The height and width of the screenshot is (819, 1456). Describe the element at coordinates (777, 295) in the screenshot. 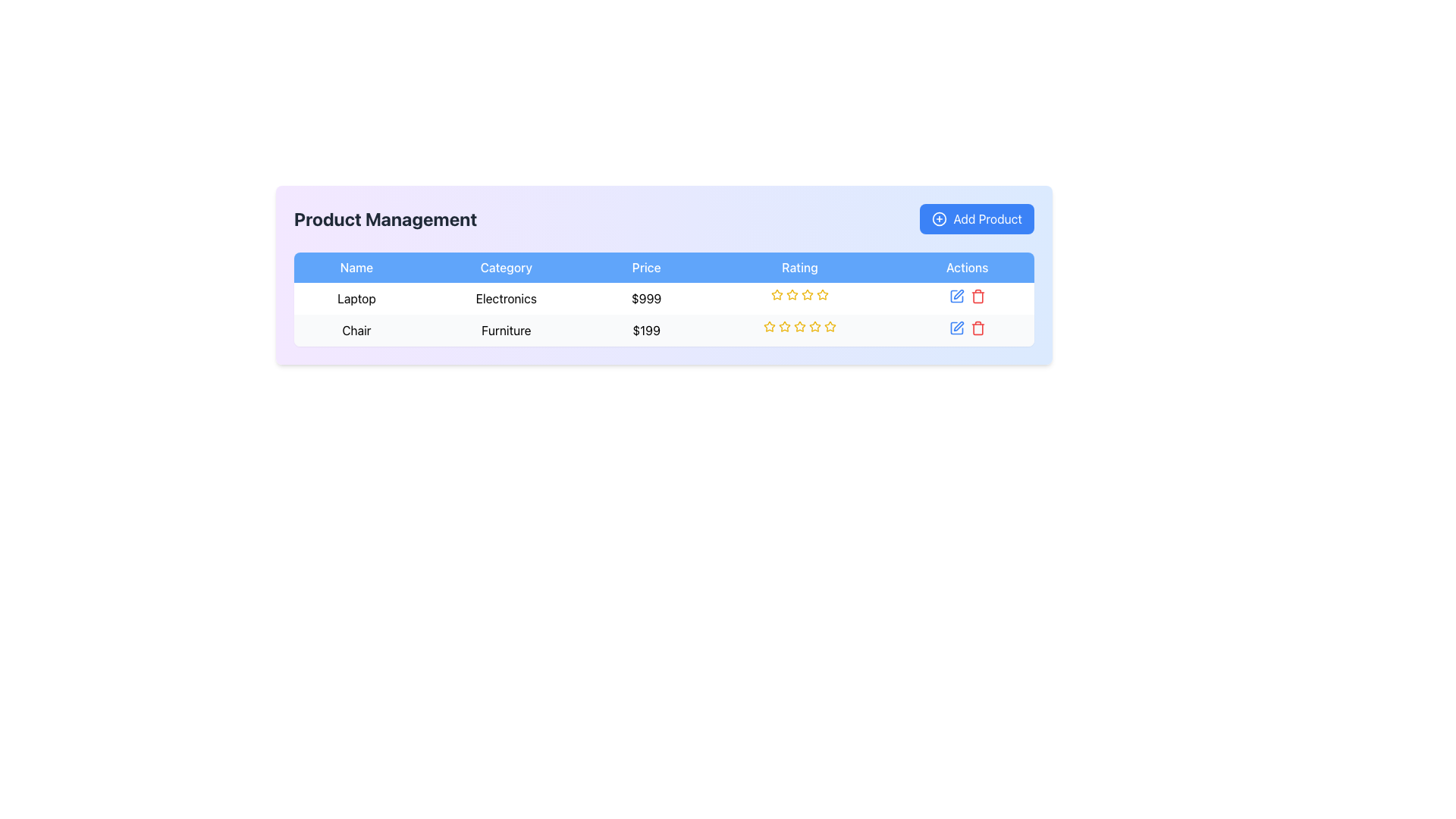

I see `the first yellow outlined star icon in the Rating column for the 'Laptop' row of the table` at that location.